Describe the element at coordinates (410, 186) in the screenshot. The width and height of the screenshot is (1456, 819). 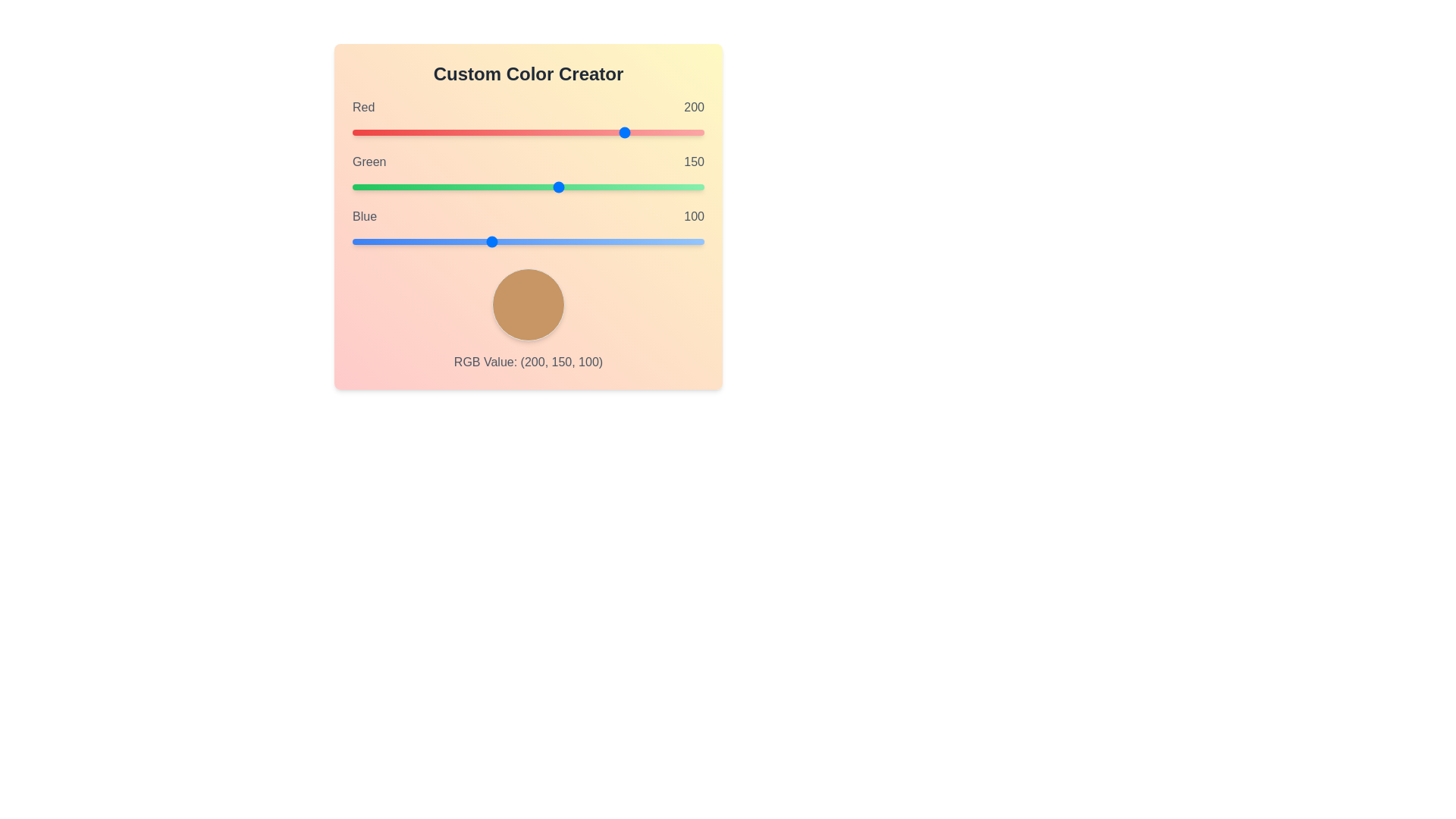
I see `the Green slider to set the green component to 42` at that location.